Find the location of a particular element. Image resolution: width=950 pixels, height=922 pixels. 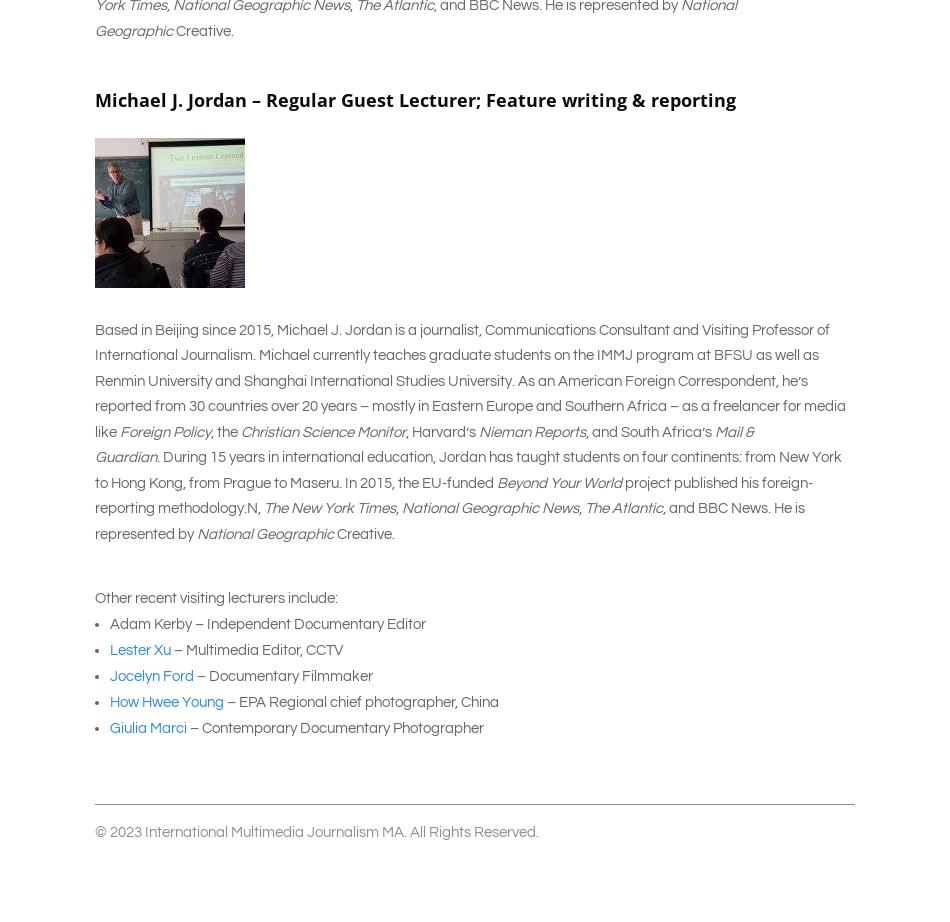

'© 2023 International Multimedia Journalism MA. All Rights Reserved.' is located at coordinates (316, 830).